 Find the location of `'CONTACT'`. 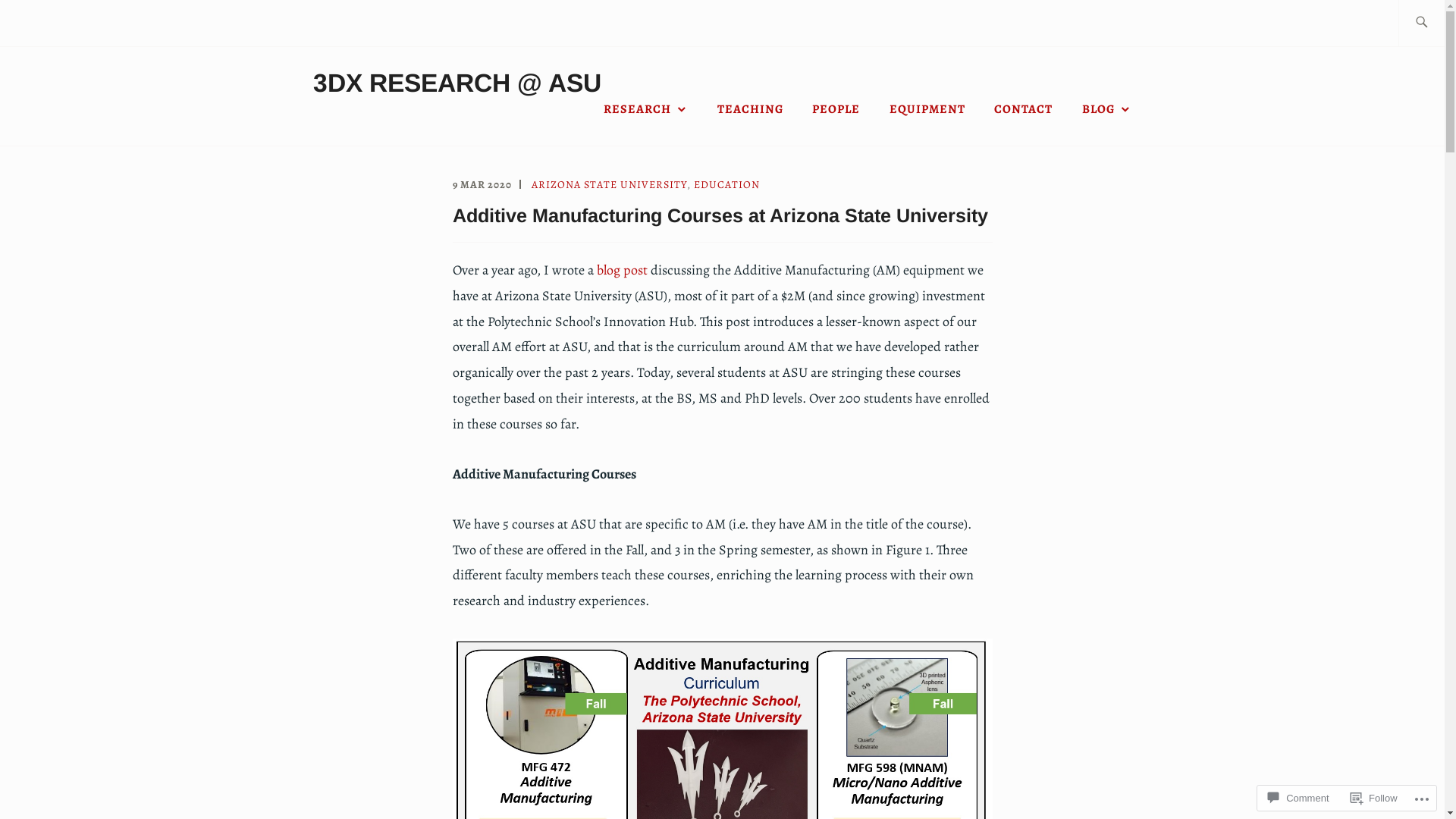

'CONTACT' is located at coordinates (1023, 108).